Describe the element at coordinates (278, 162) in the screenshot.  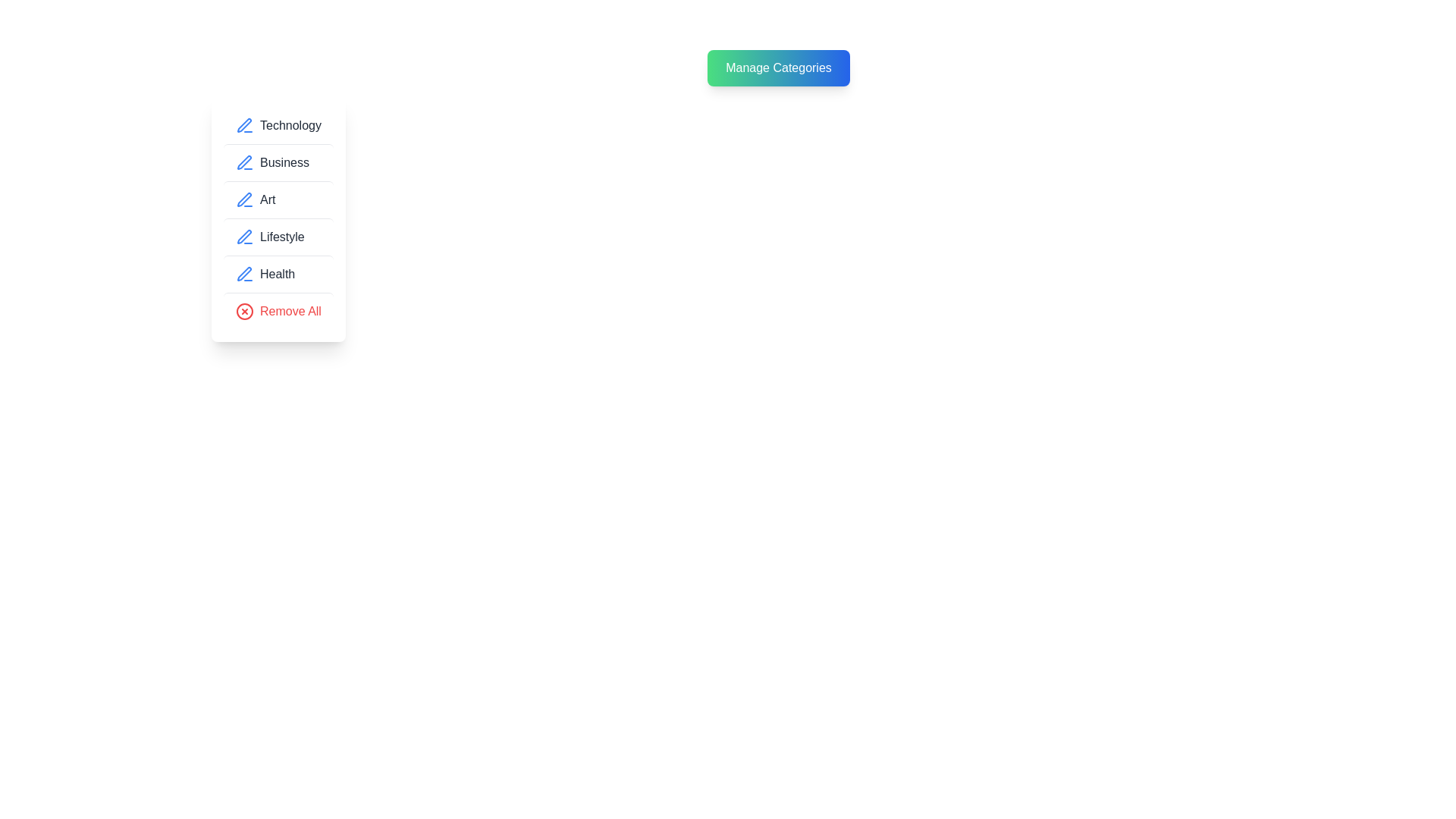
I see `the category item corresponding to Business` at that location.